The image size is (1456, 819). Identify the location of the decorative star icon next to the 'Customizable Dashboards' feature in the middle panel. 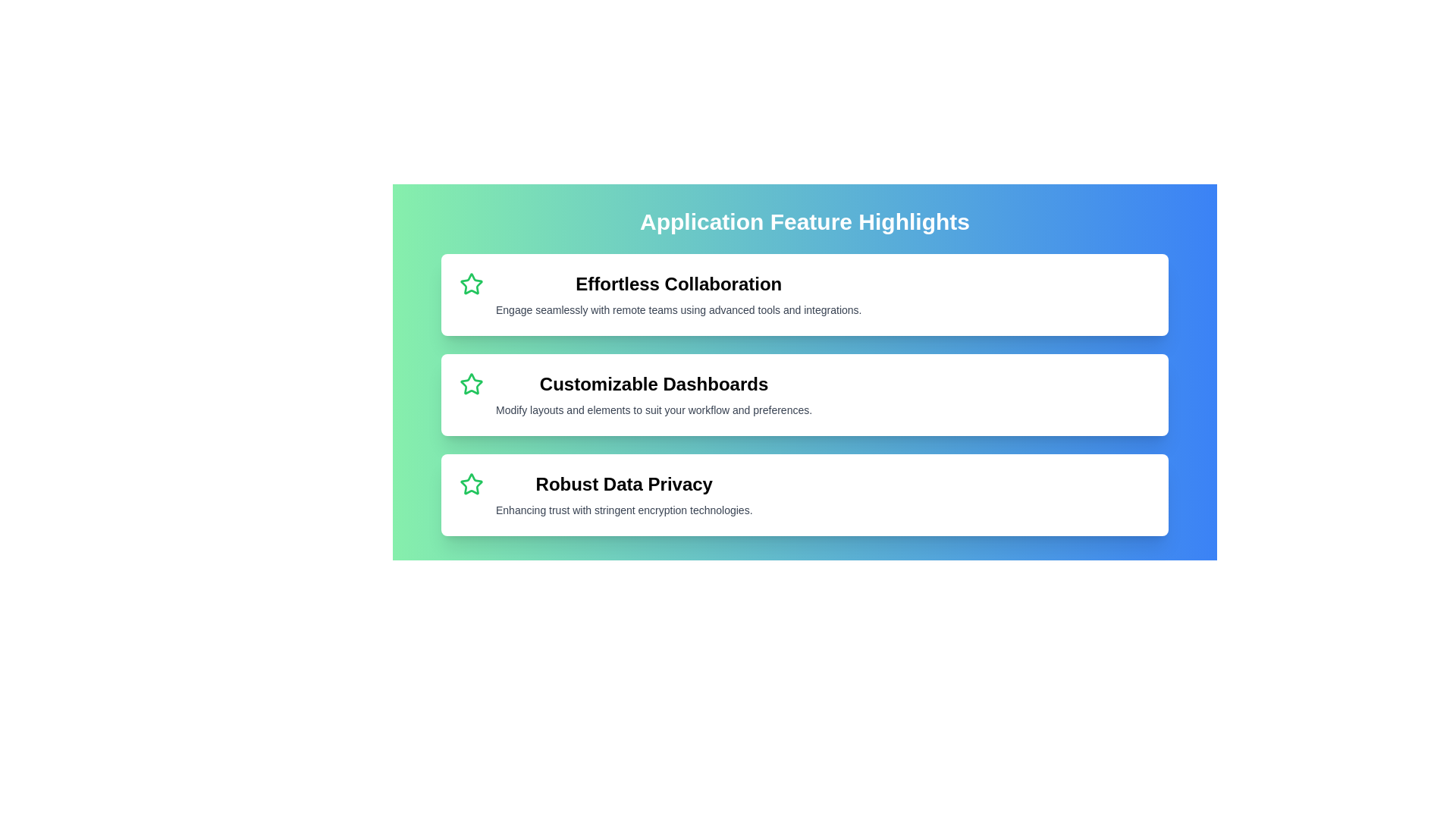
(471, 383).